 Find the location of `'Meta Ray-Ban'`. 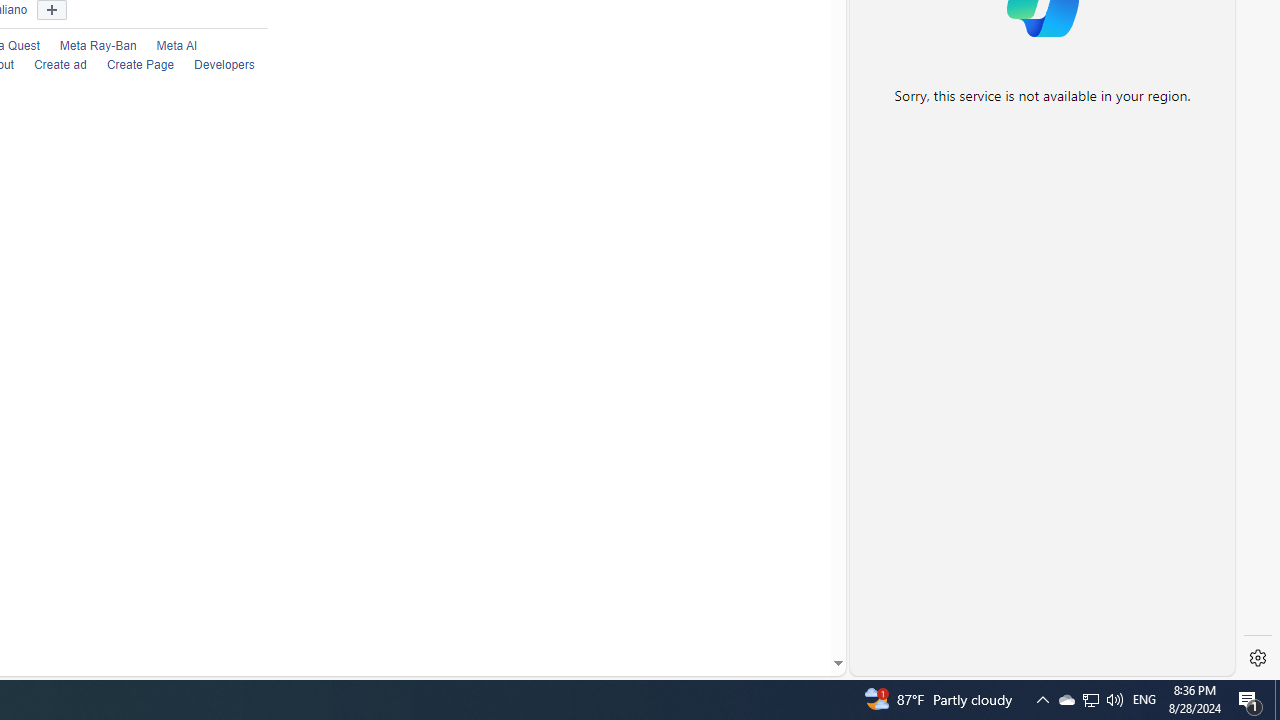

'Meta Ray-Ban' is located at coordinates (96, 45).